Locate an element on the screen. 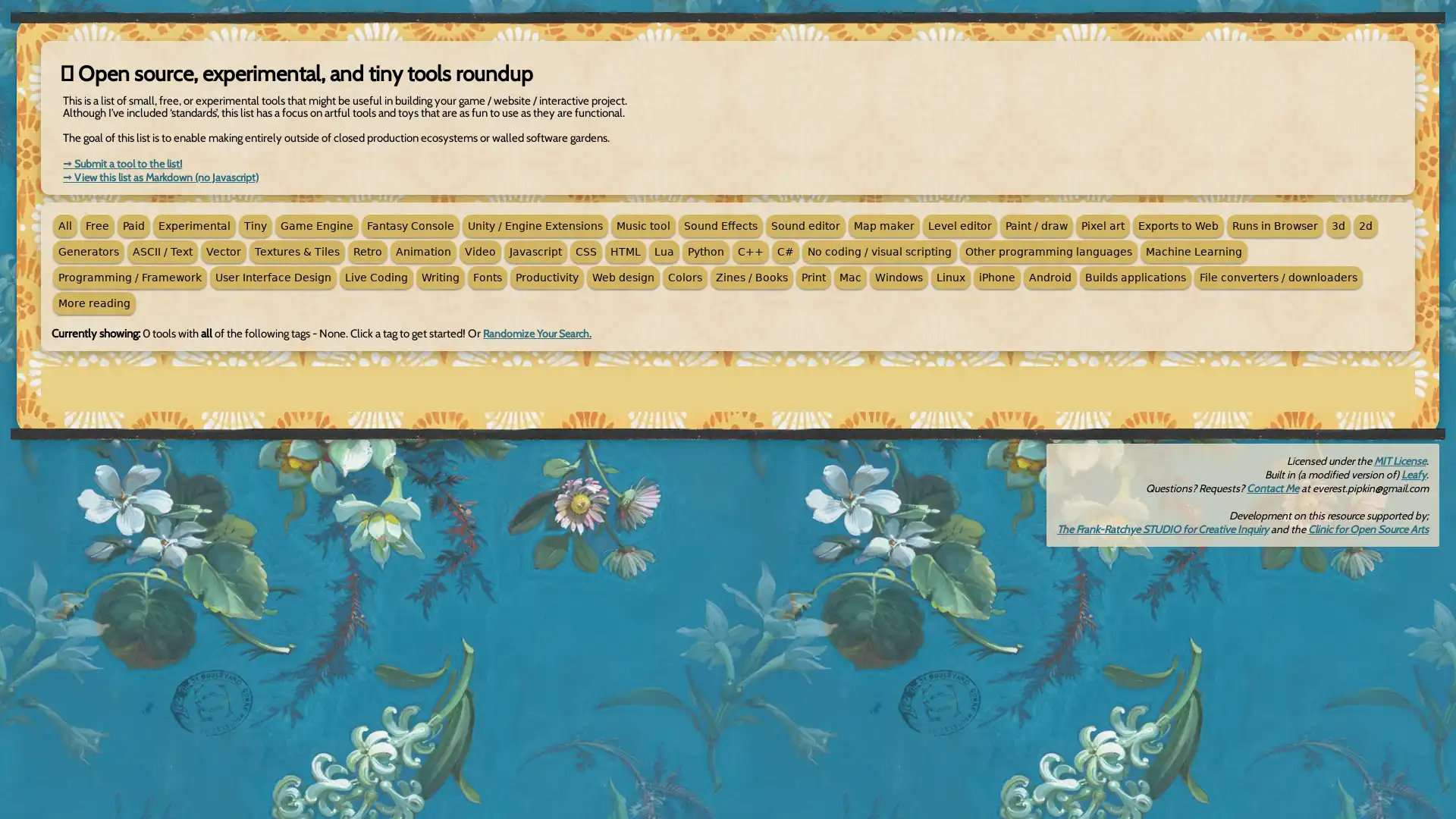 The width and height of the screenshot is (1456, 819). Exports to Web is located at coordinates (1178, 225).